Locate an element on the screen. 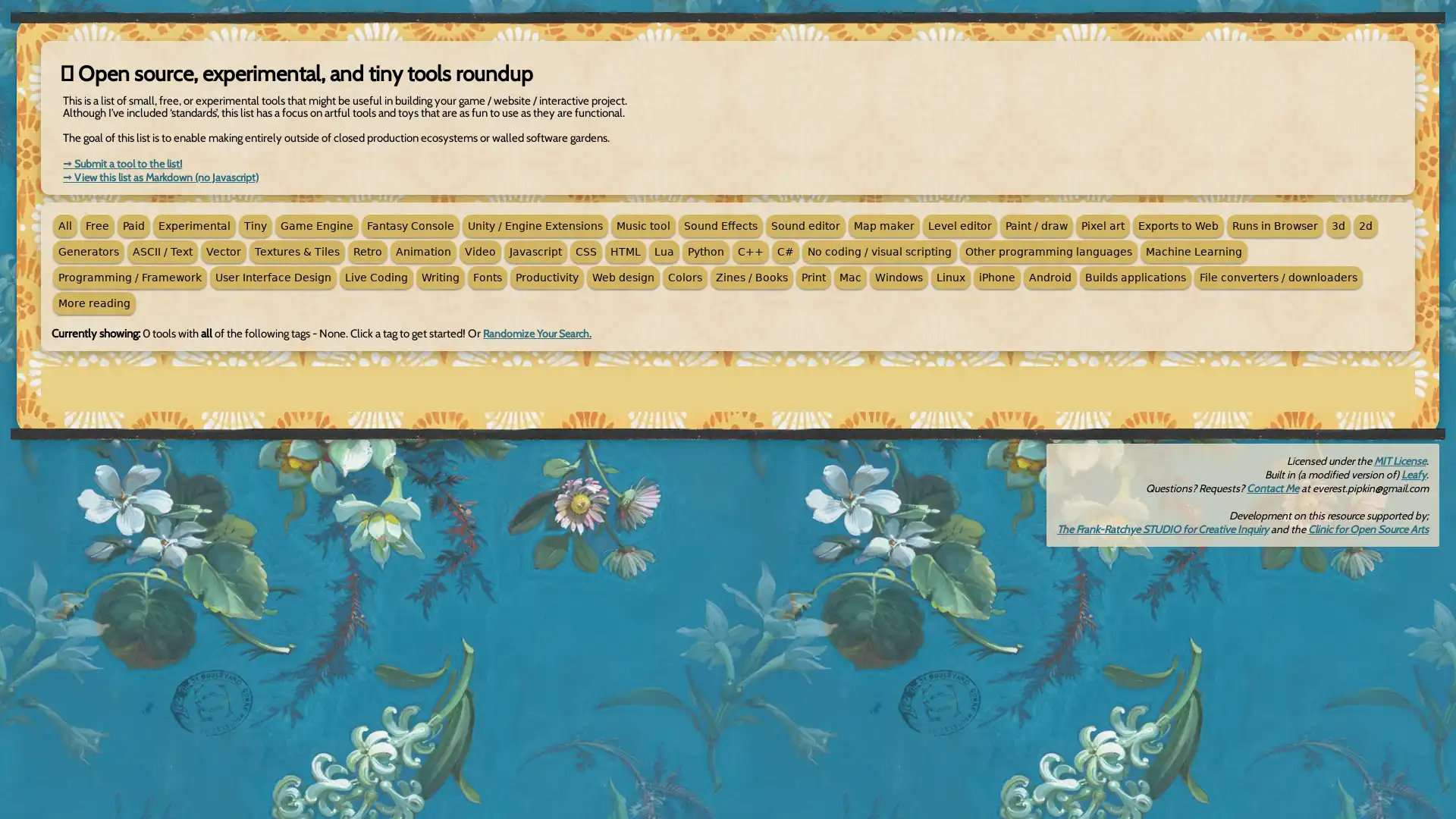 The width and height of the screenshot is (1456, 819). Exports to Web is located at coordinates (1178, 225).